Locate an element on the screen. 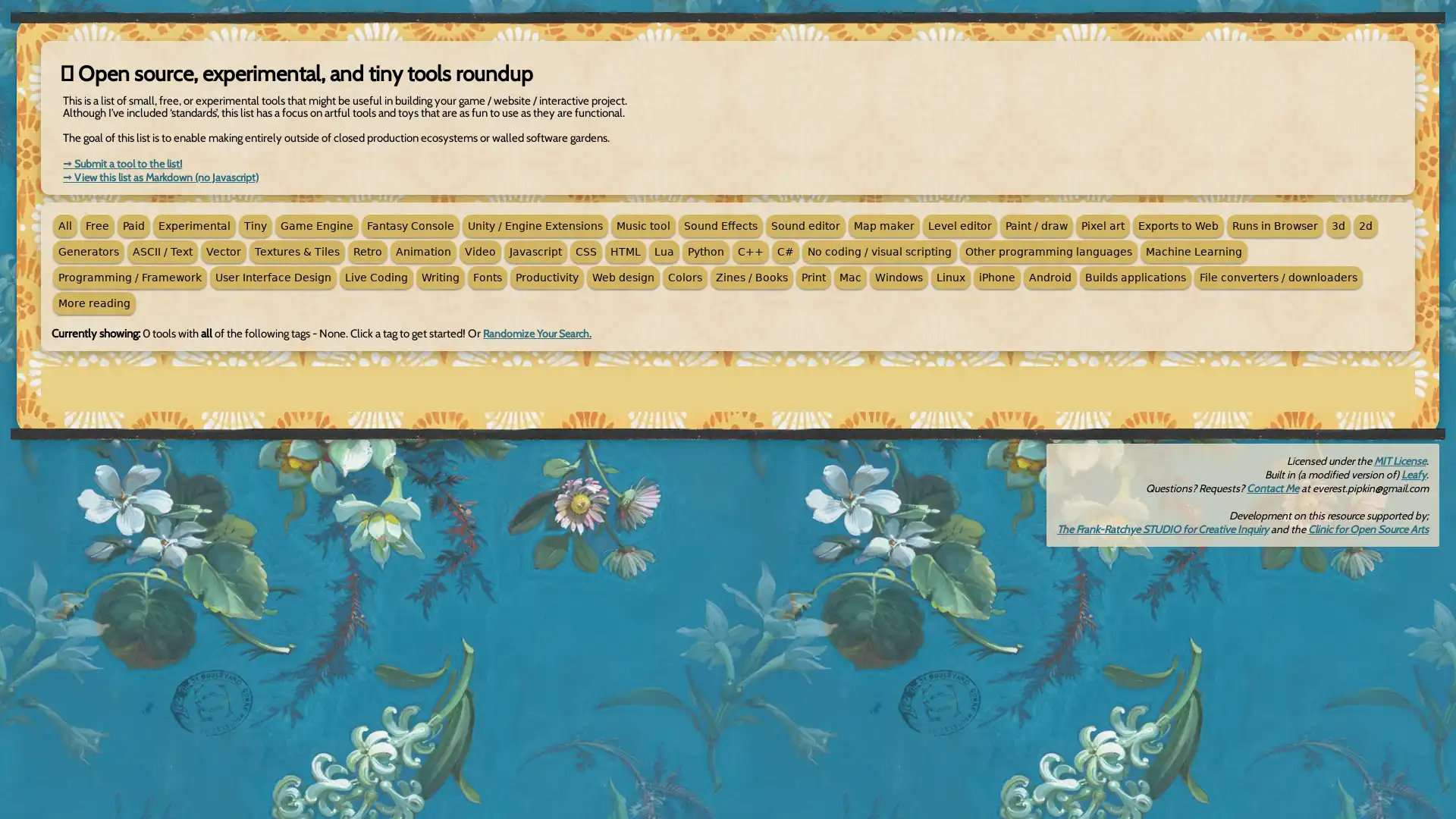 The width and height of the screenshot is (1456, 819). Exports to Web is located at coordinates (1178, 225).